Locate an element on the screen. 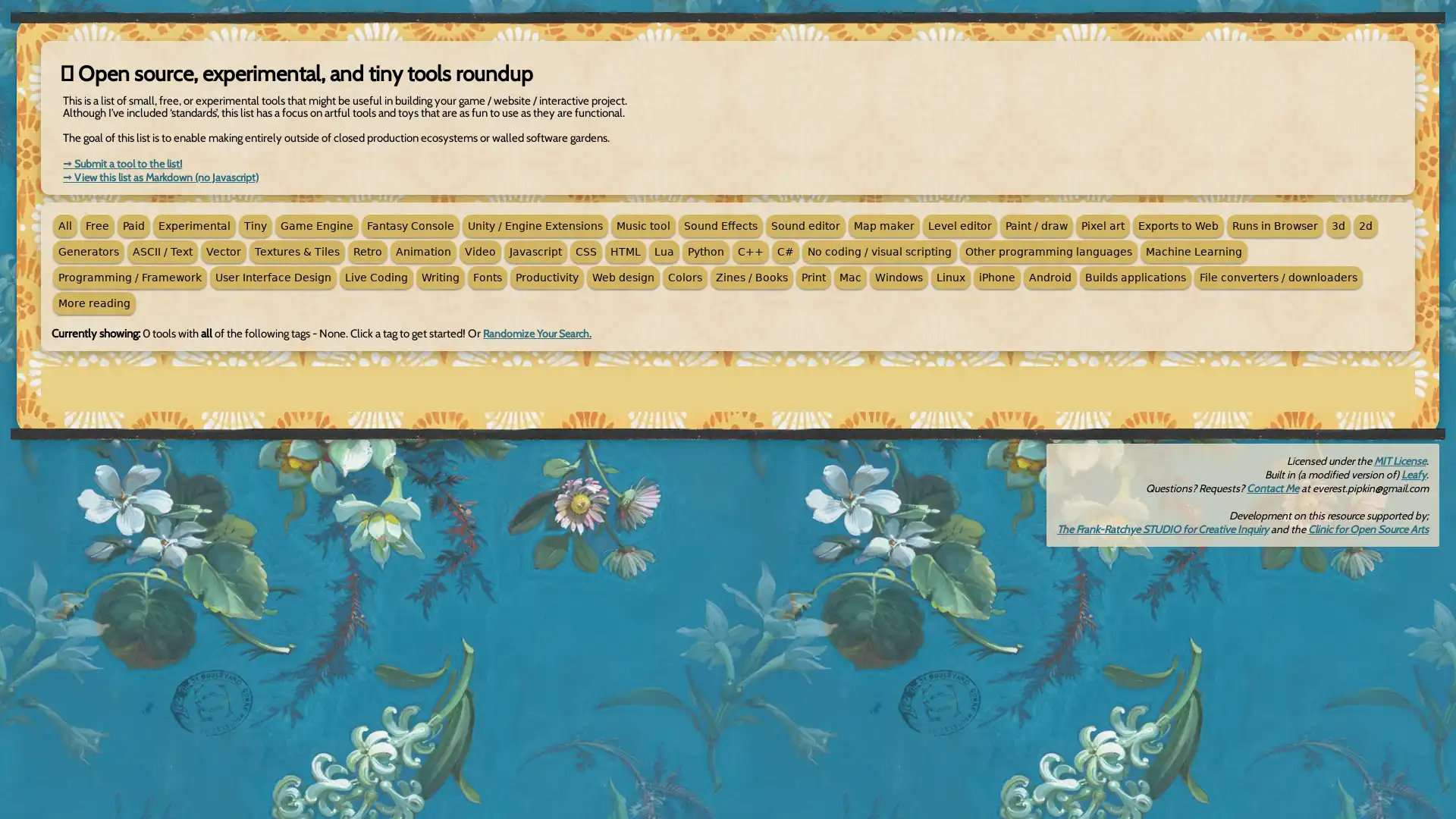 The width and height of the screenshot is (1456, 819). Exports to Web is located at coordinates (1178, 225).